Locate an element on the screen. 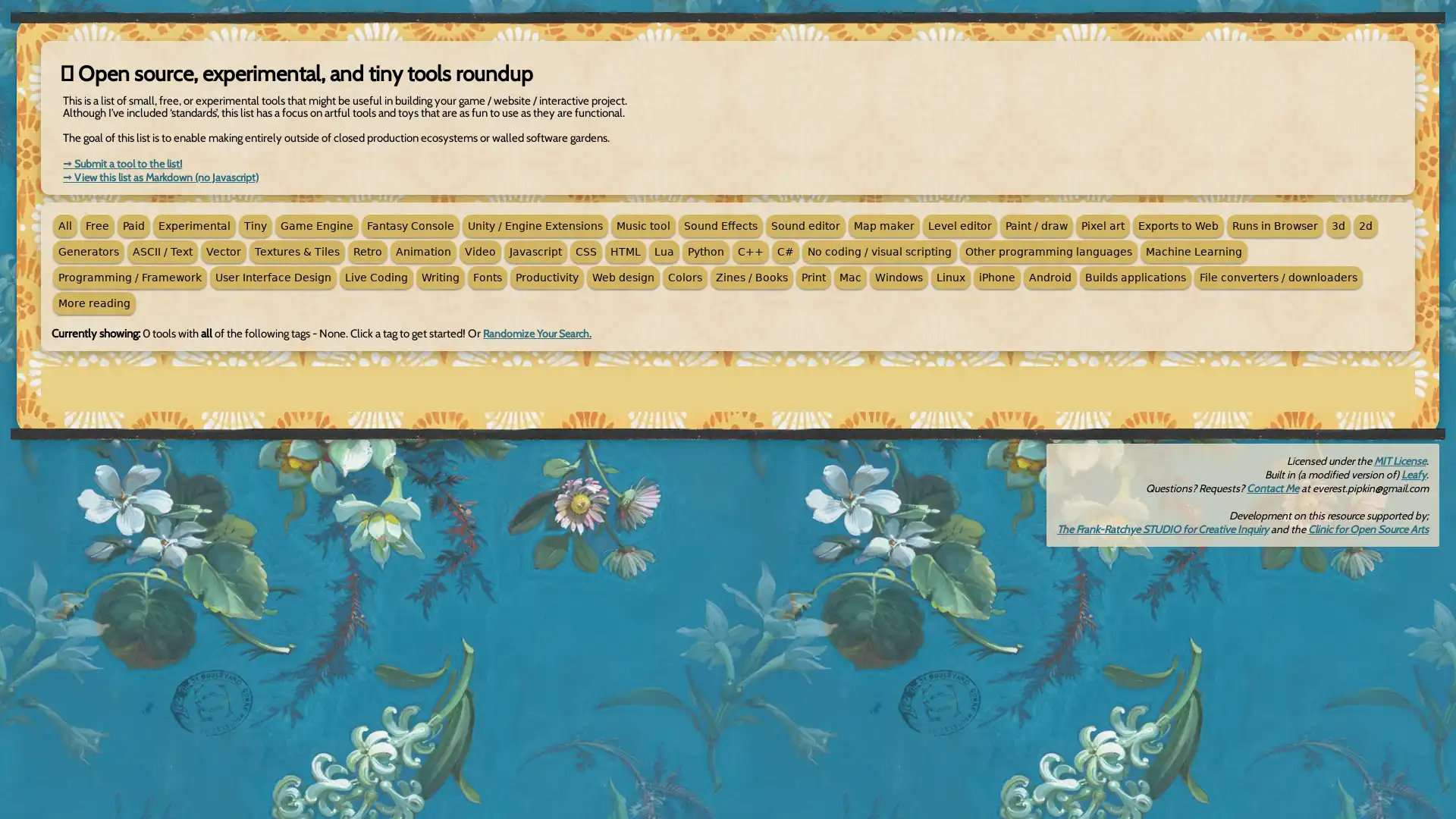 The width and height of the screenshot is (1456, 819). Exports to Web is located at coordinates (1178, 225).